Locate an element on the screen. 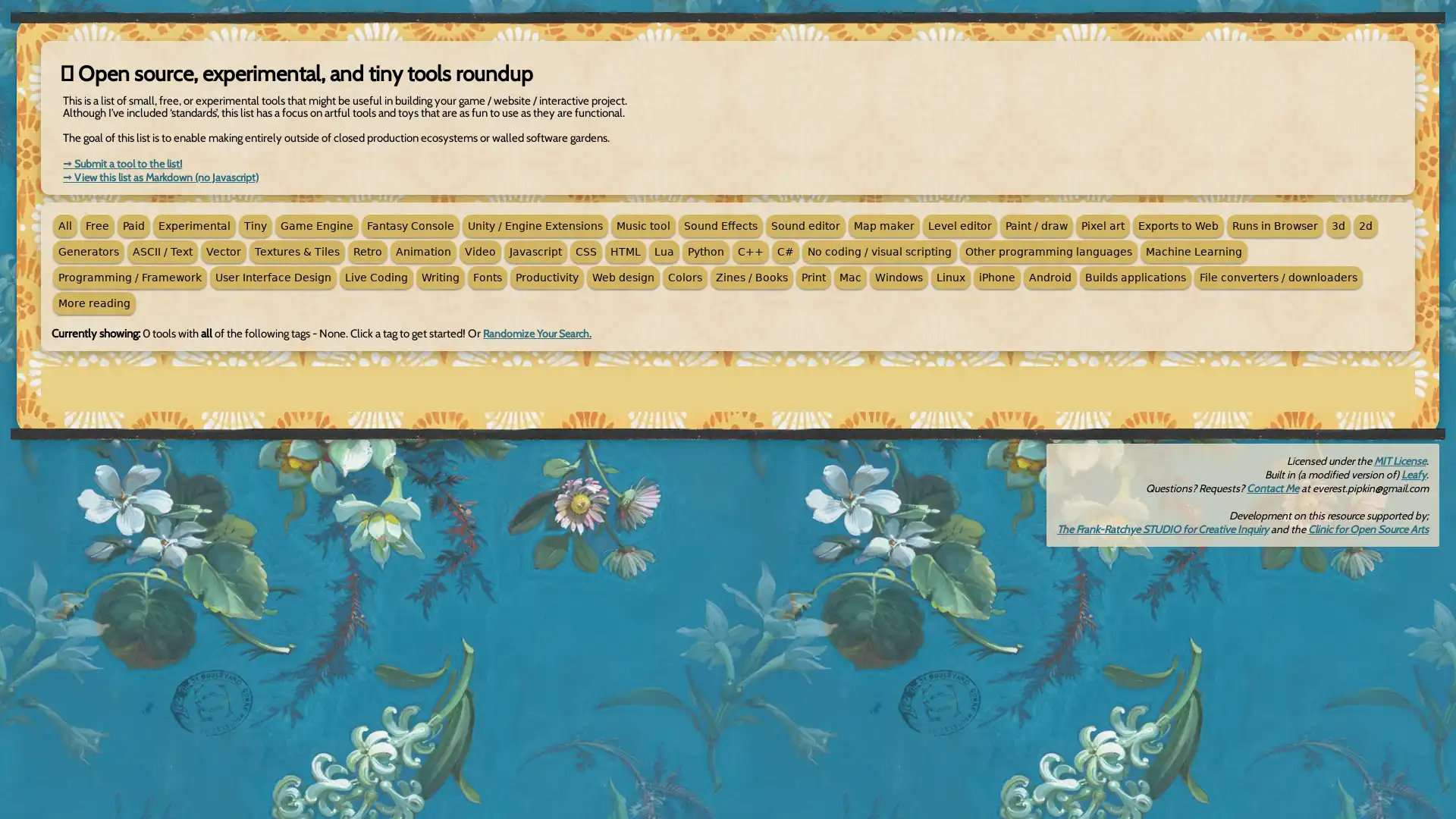 The width and height of the screenshot is (1456, 819). Exports to Web is located at coordinates (1178, 225).